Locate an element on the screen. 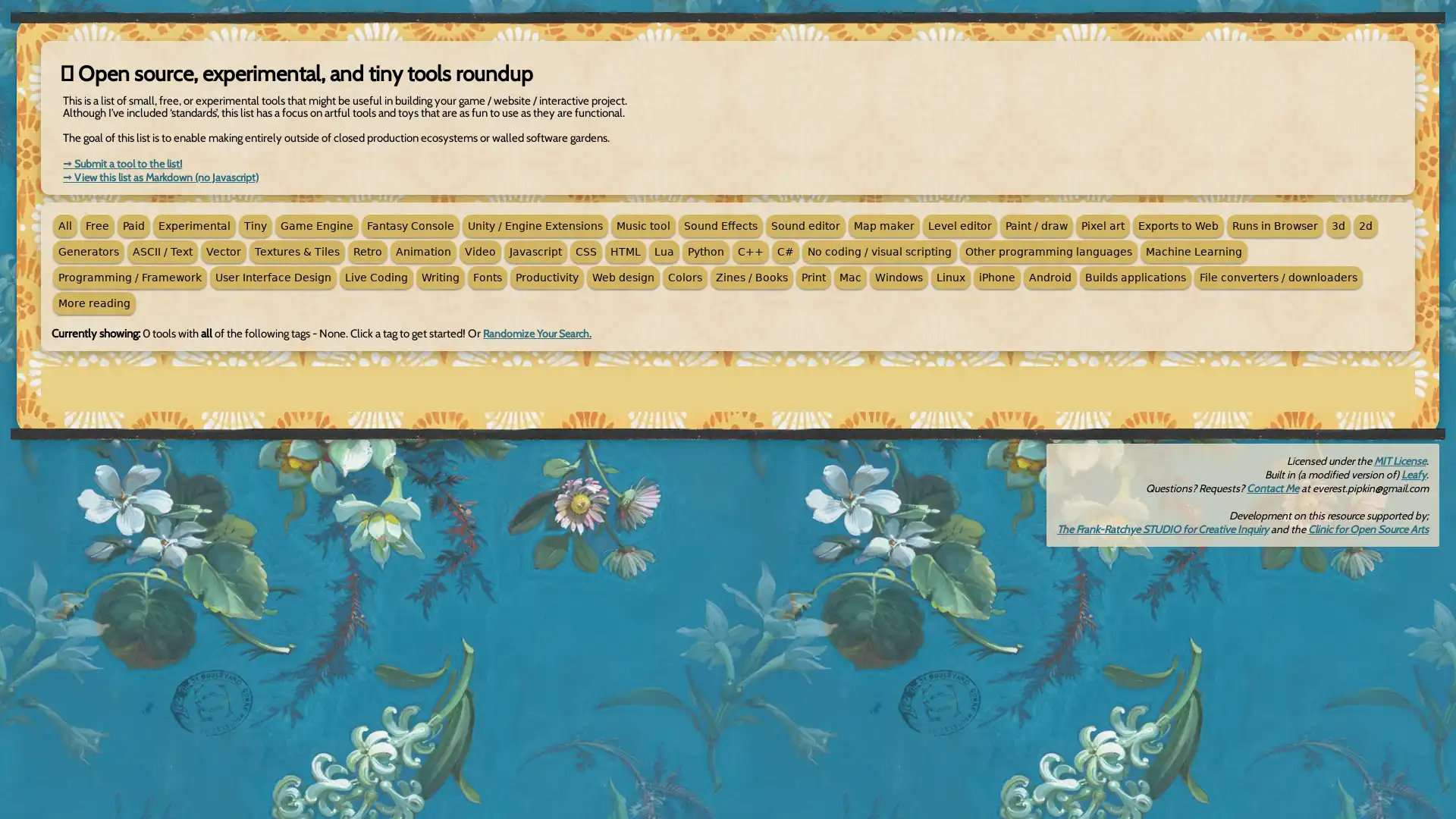 The width and height of the screenshot is (1456, 819). Exports to Web is located at coordinates (1178, 225).